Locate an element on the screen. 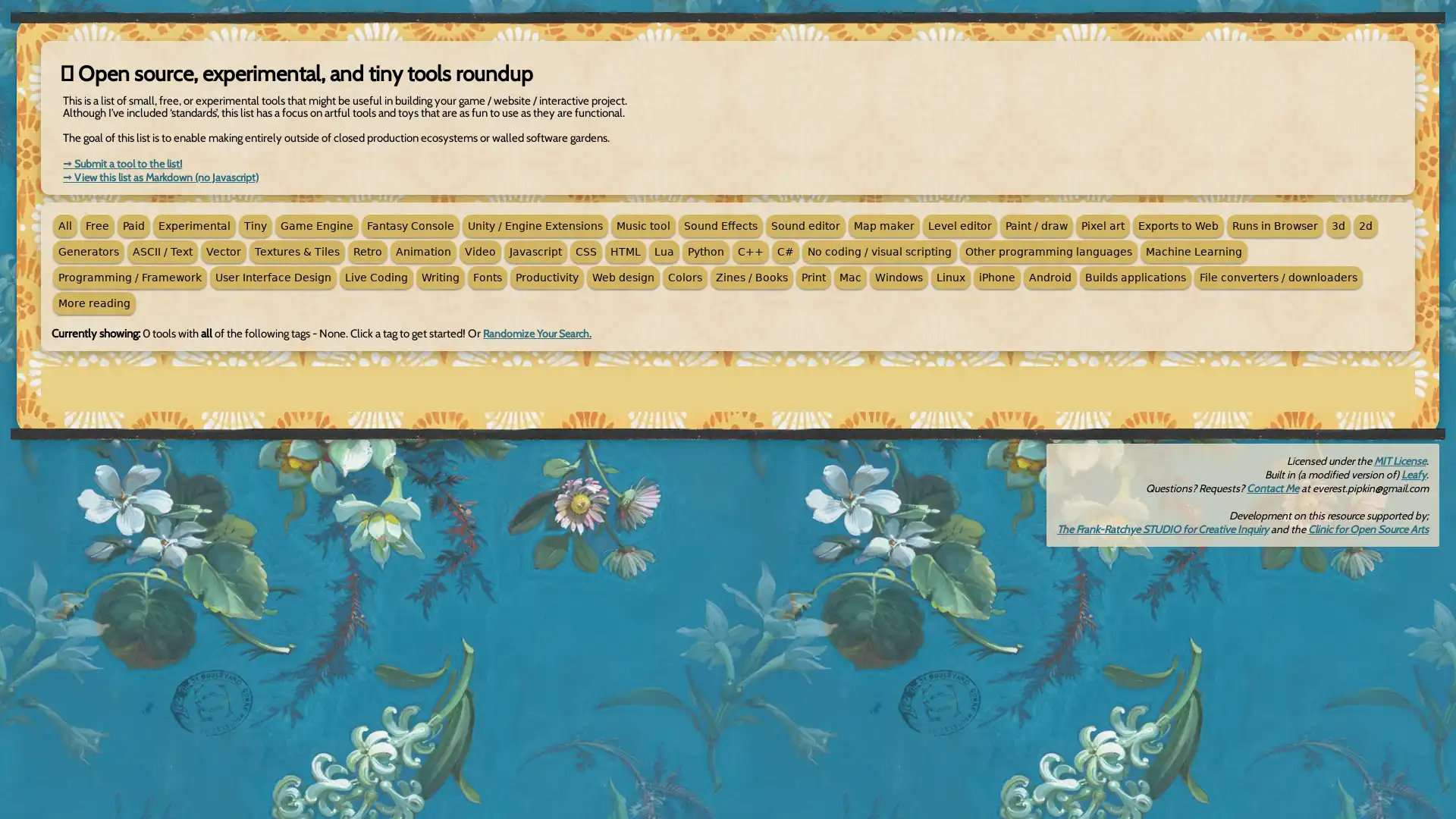 The width and height of the screenshot is (1456, 819). Exports to Web is located at coordinates (1178, 225).